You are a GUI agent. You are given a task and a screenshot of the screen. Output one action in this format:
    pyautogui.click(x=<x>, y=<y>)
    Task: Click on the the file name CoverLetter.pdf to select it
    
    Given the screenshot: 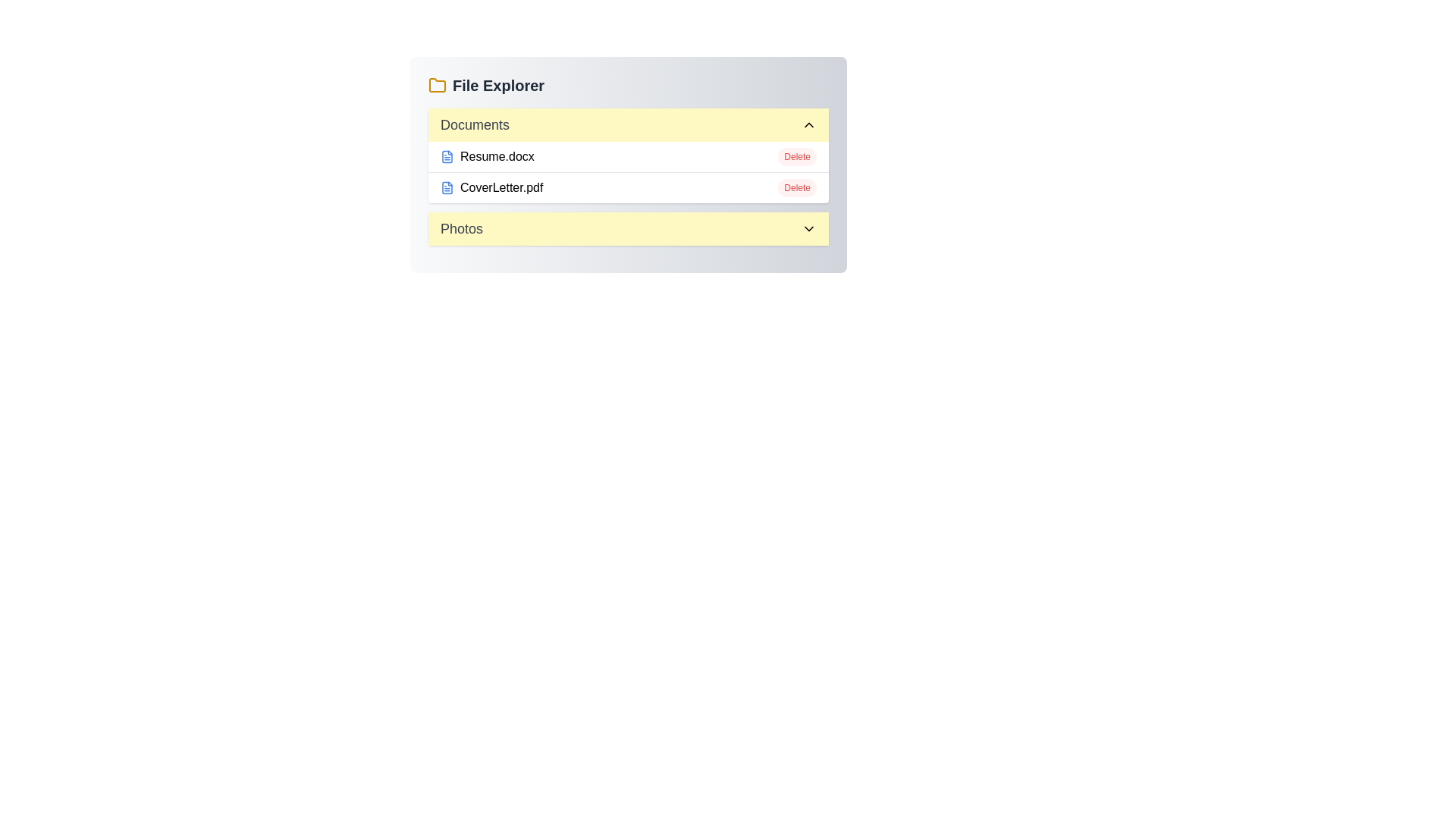 What is the action you would take?
    pyautogui.click(x=491, y=187)
    